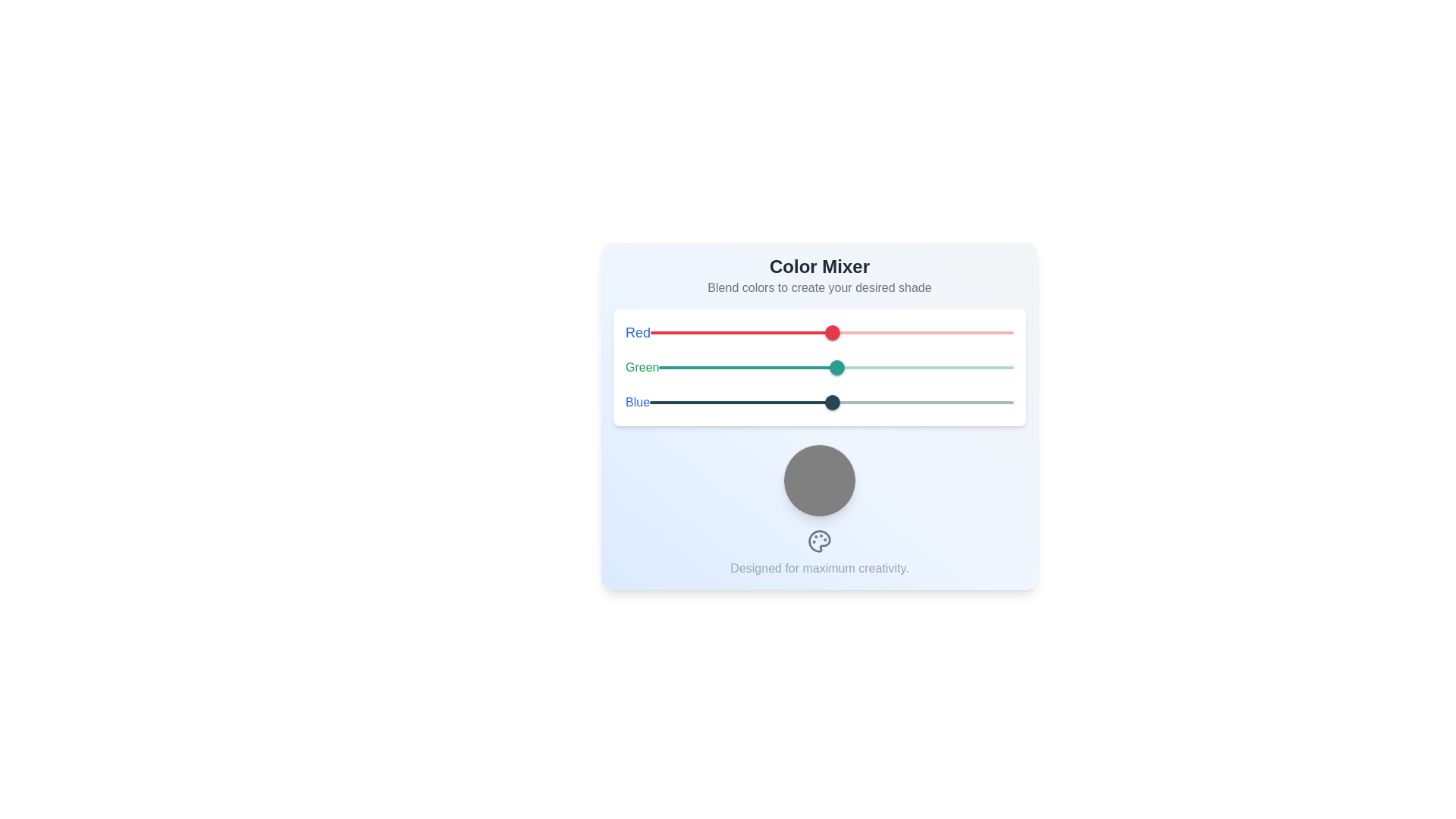  Describe the element at coordinates (989, 368) in the screenshot. I see `the green value` at that location.